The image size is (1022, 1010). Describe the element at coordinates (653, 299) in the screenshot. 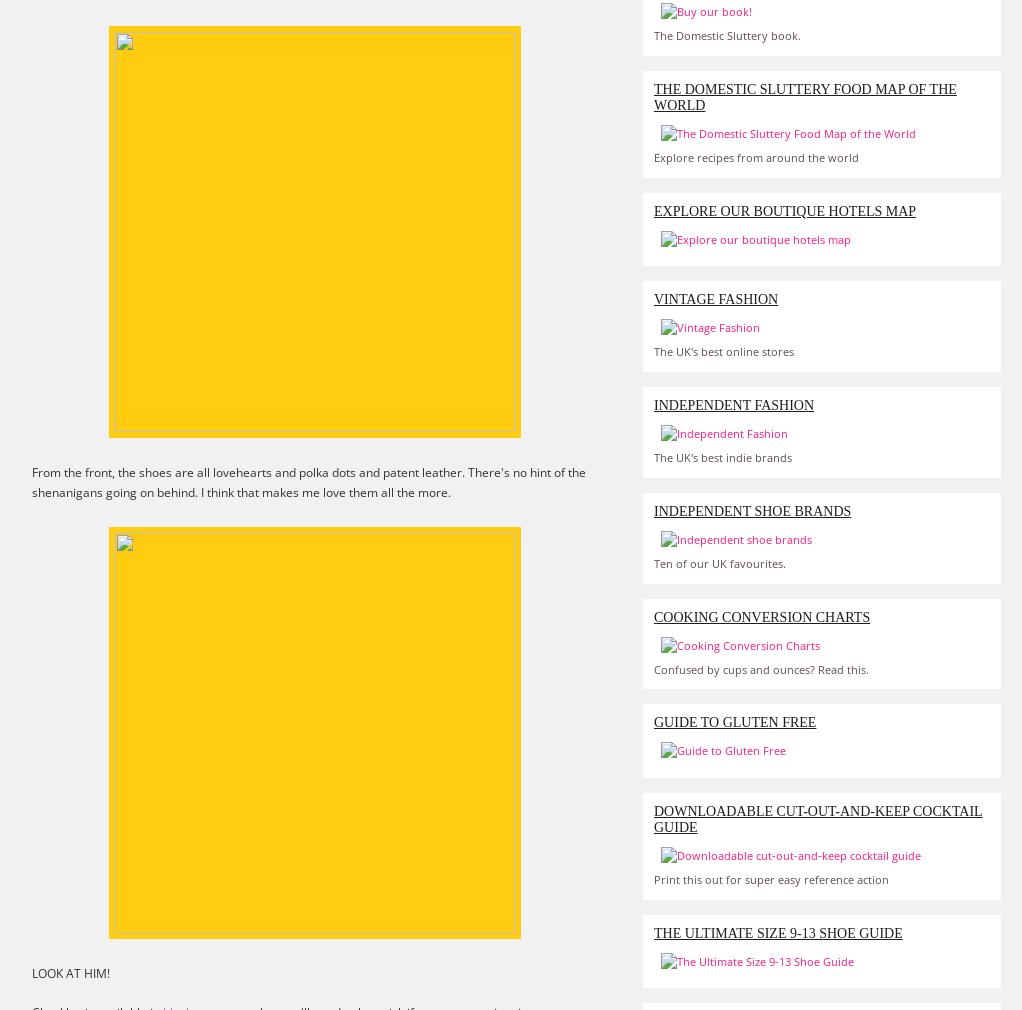

I see `'Vintage Fashion'` at that location.